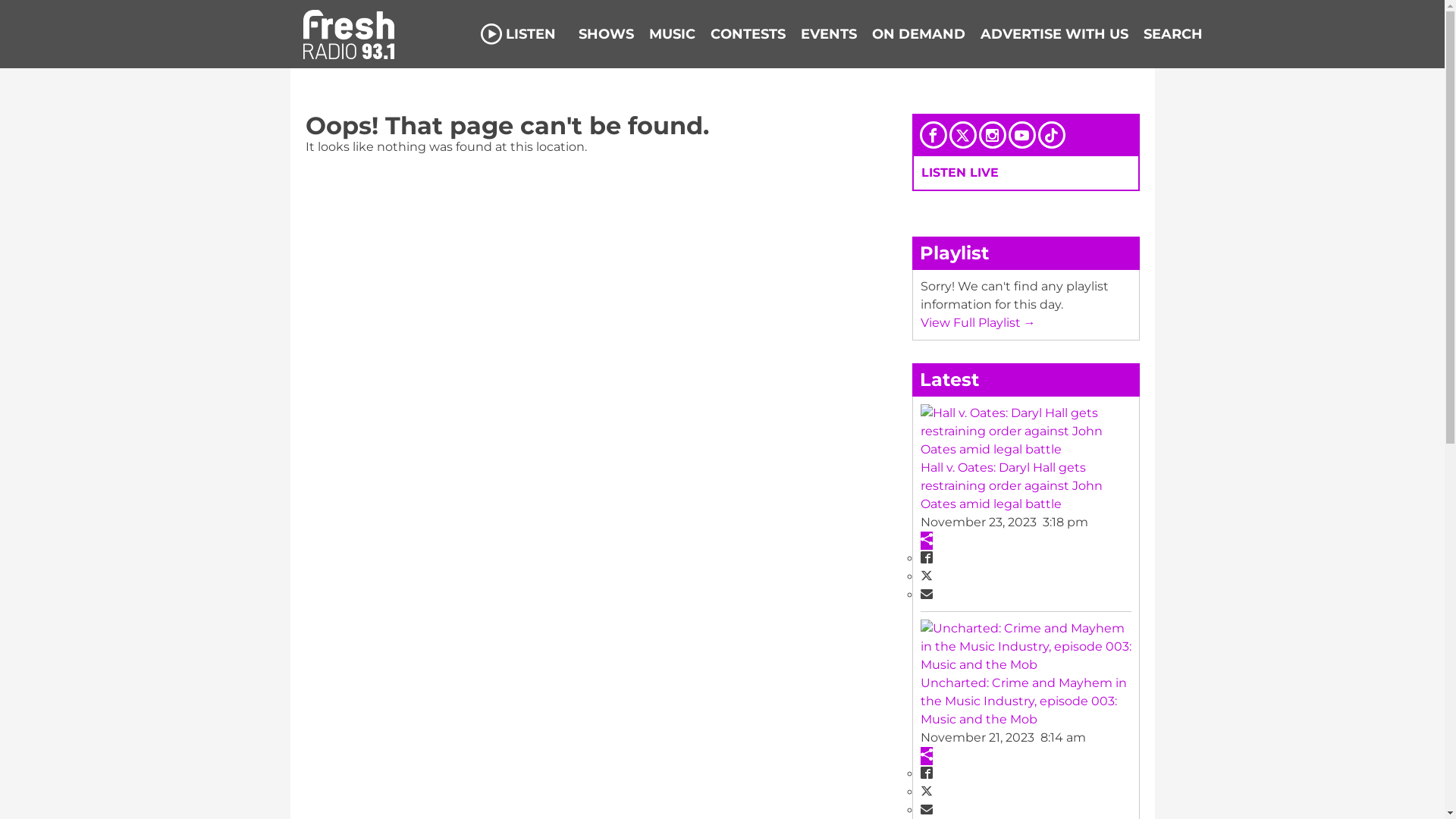  What do you see at coordinates (1053, 34) in the screenshot?
I see `'ADVERTISE WITH US'` at bounding box center [1053, 34].